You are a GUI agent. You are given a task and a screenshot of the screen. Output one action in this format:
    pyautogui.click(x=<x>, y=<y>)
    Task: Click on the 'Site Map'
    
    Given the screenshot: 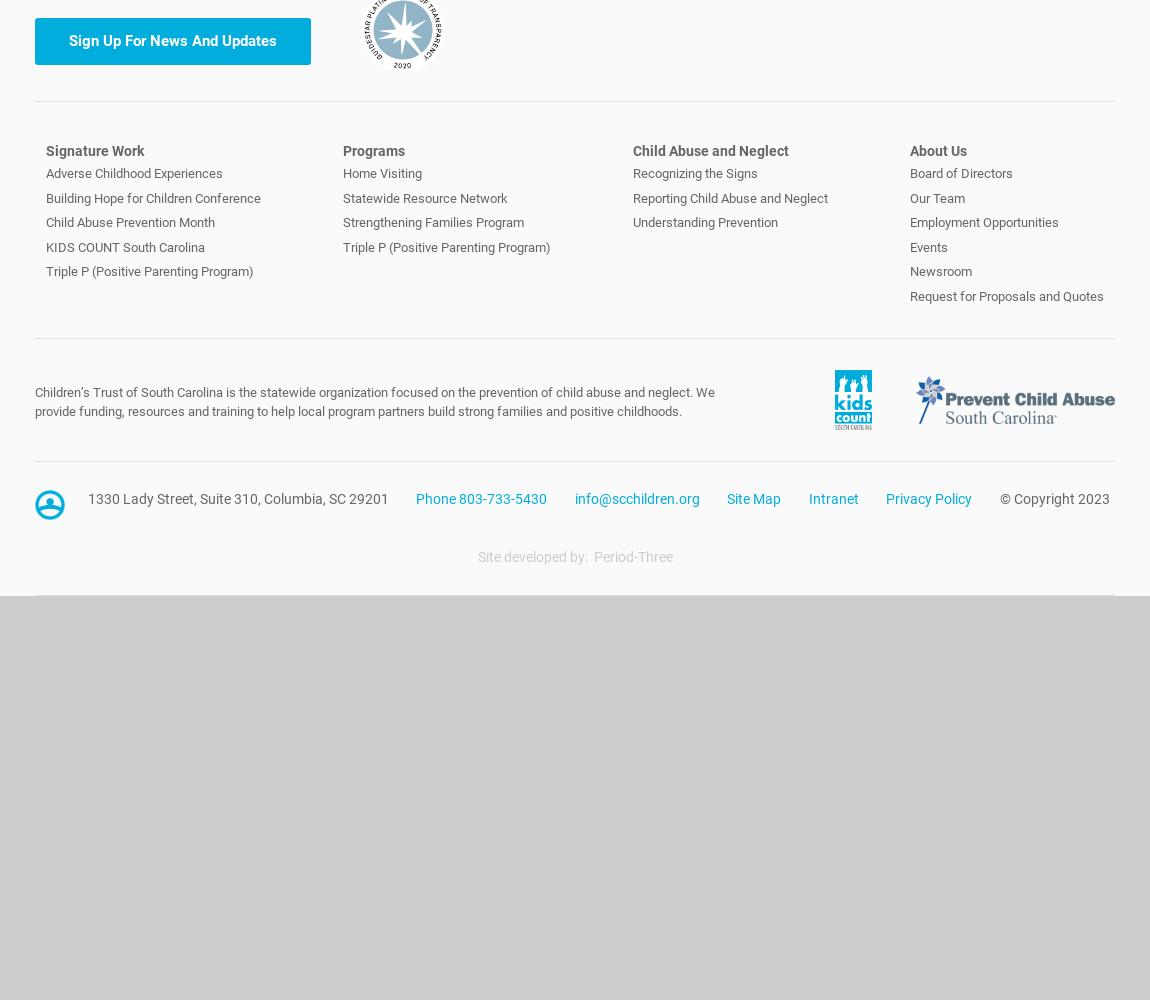 What is the action you would take?
    pyautogui.click(x=753, y=498)
    